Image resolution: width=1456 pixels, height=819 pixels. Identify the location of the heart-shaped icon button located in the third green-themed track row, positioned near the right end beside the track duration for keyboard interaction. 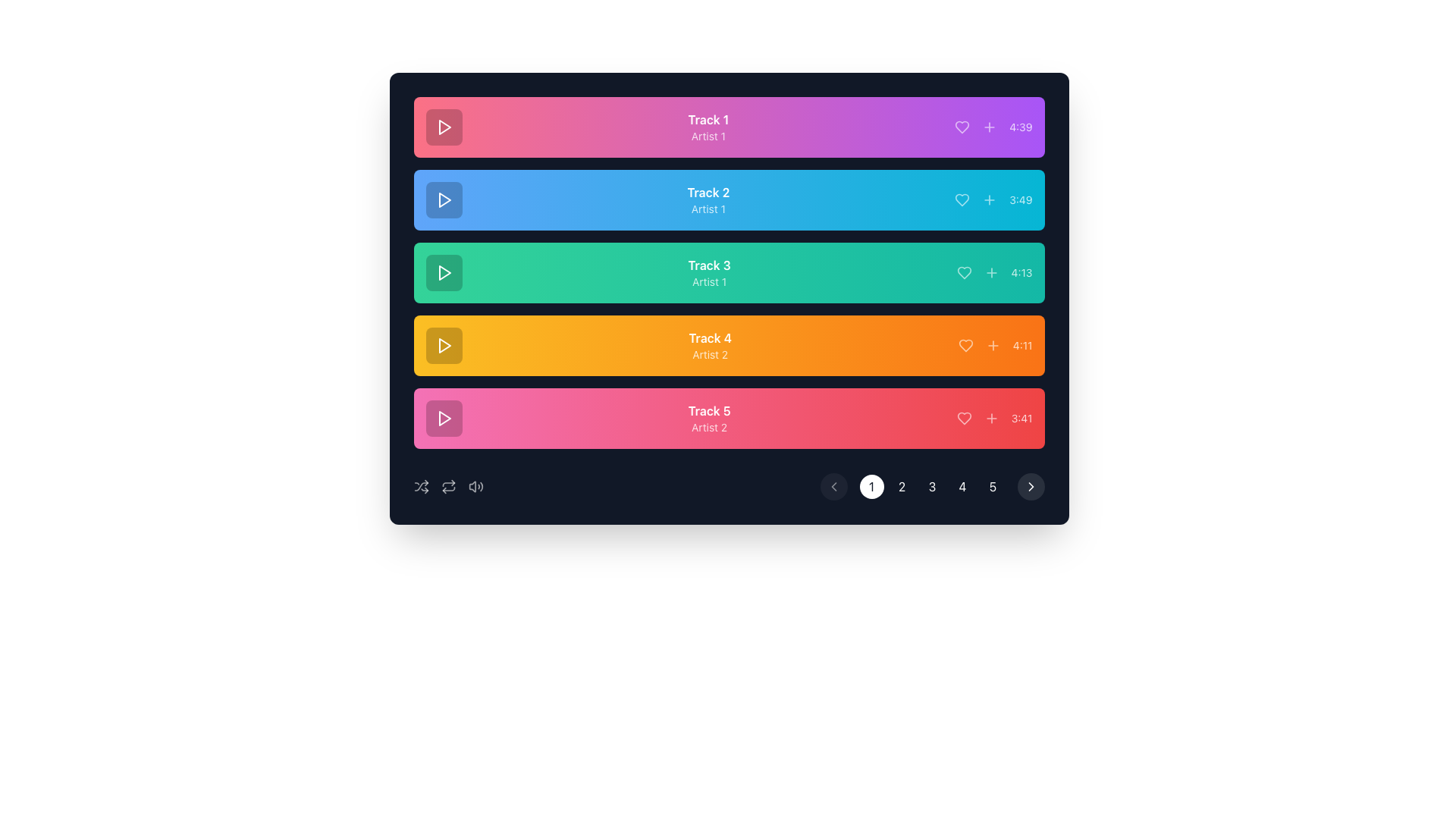
(963, 271).